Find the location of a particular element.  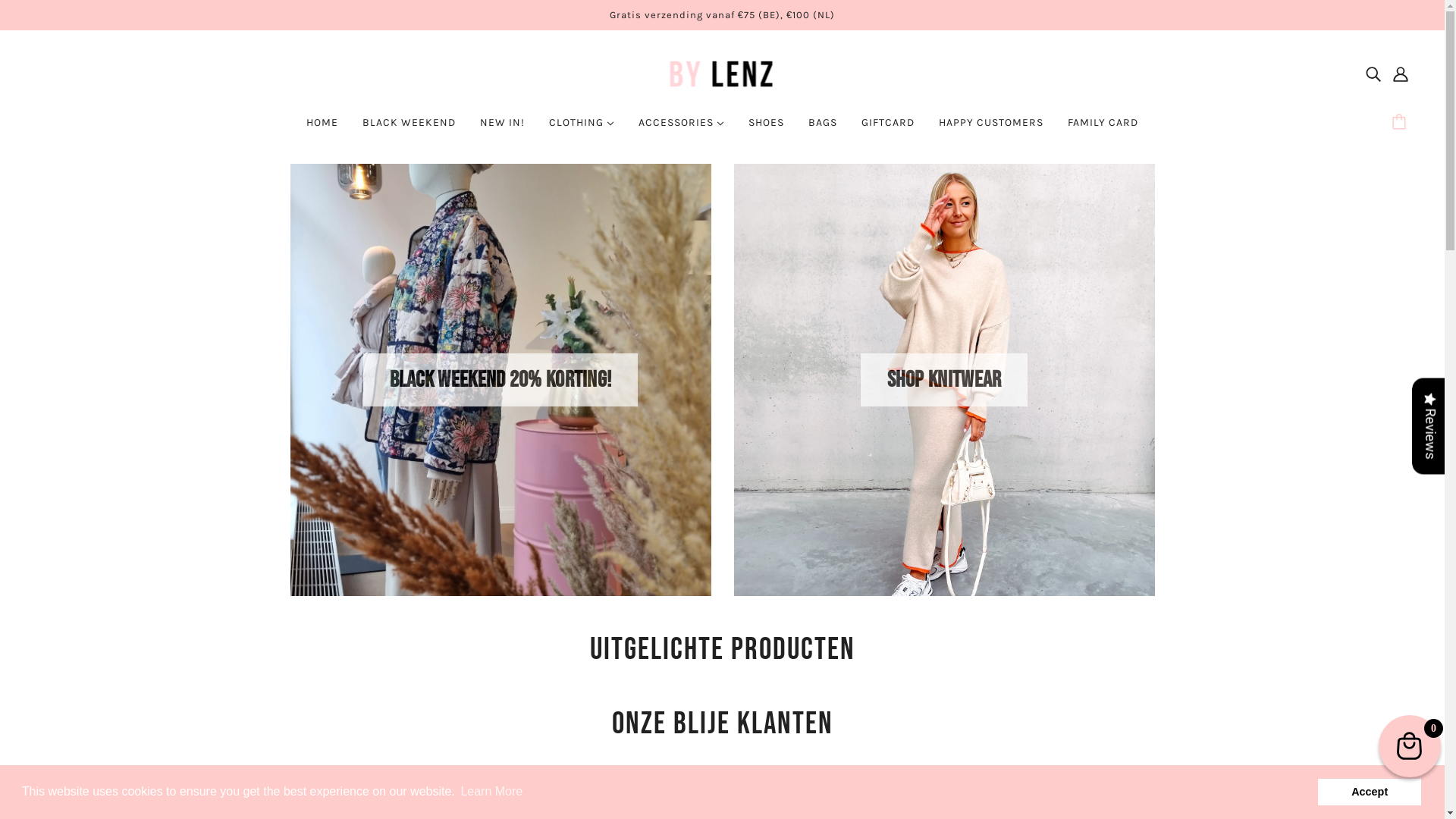

'BAGS' is located at coordinates (821, 127).